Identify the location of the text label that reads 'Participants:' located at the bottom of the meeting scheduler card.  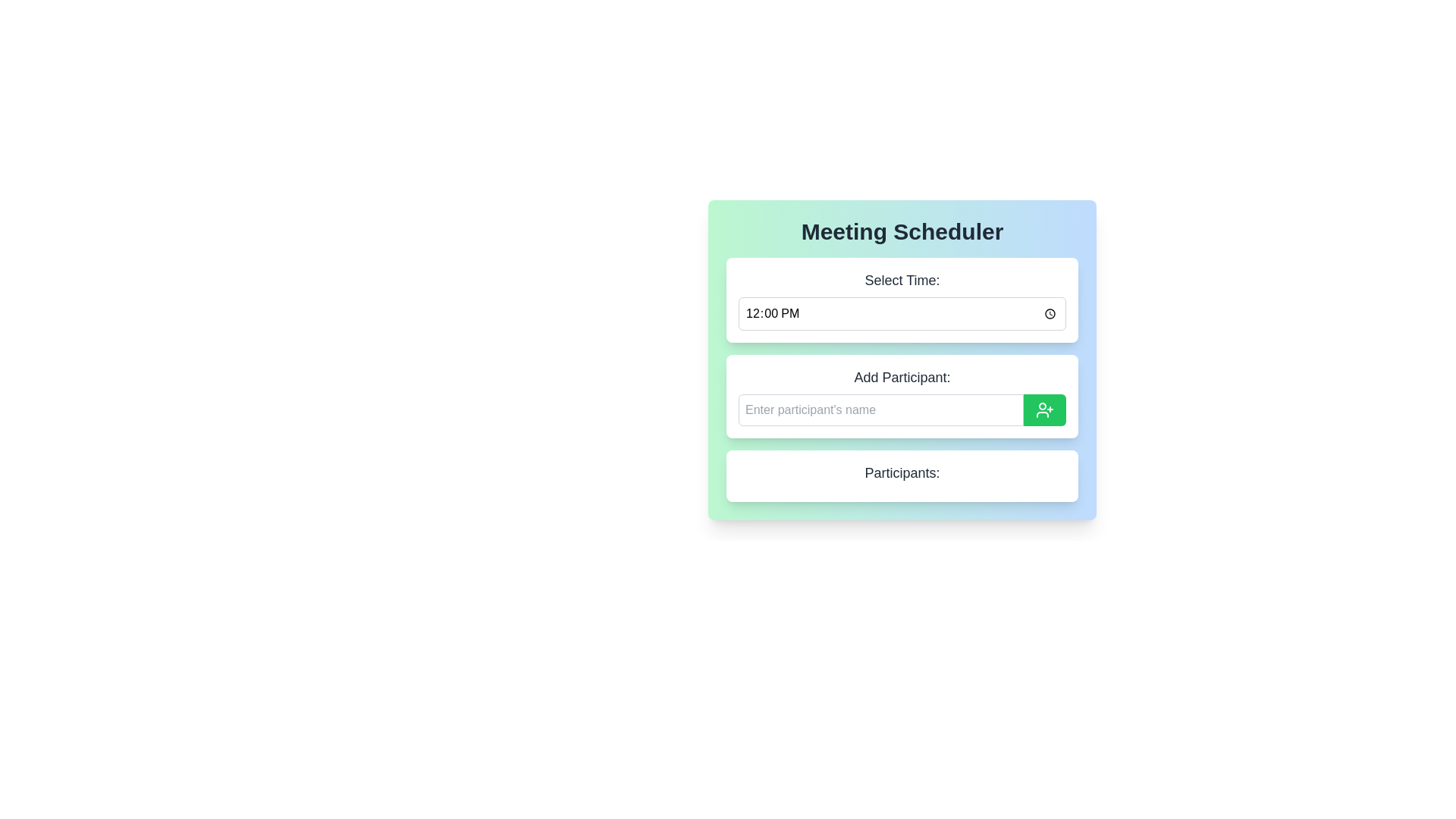
(902, 472).